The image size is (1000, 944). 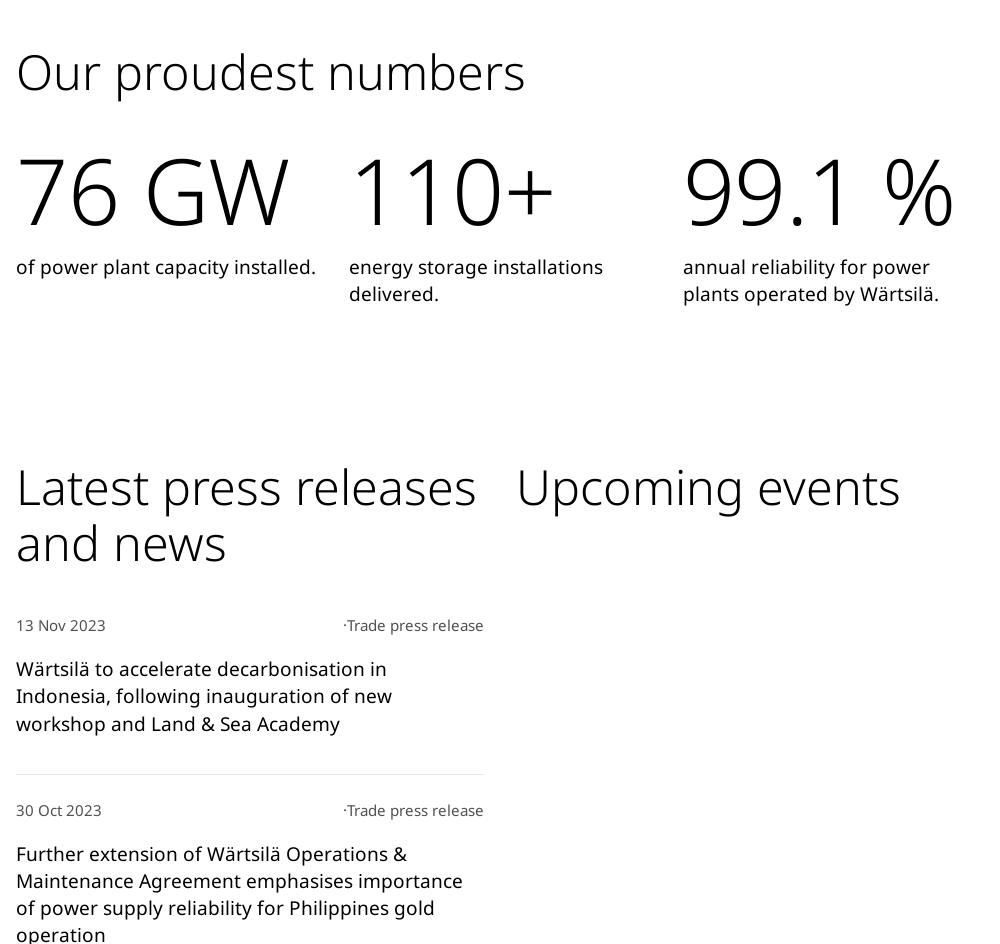 I want to click on 'Wärtsilä to accelerate decarbonisation in Indonesia, following inauguration of new workshop and Land & Sea Academy', so click(x=16, y=695).